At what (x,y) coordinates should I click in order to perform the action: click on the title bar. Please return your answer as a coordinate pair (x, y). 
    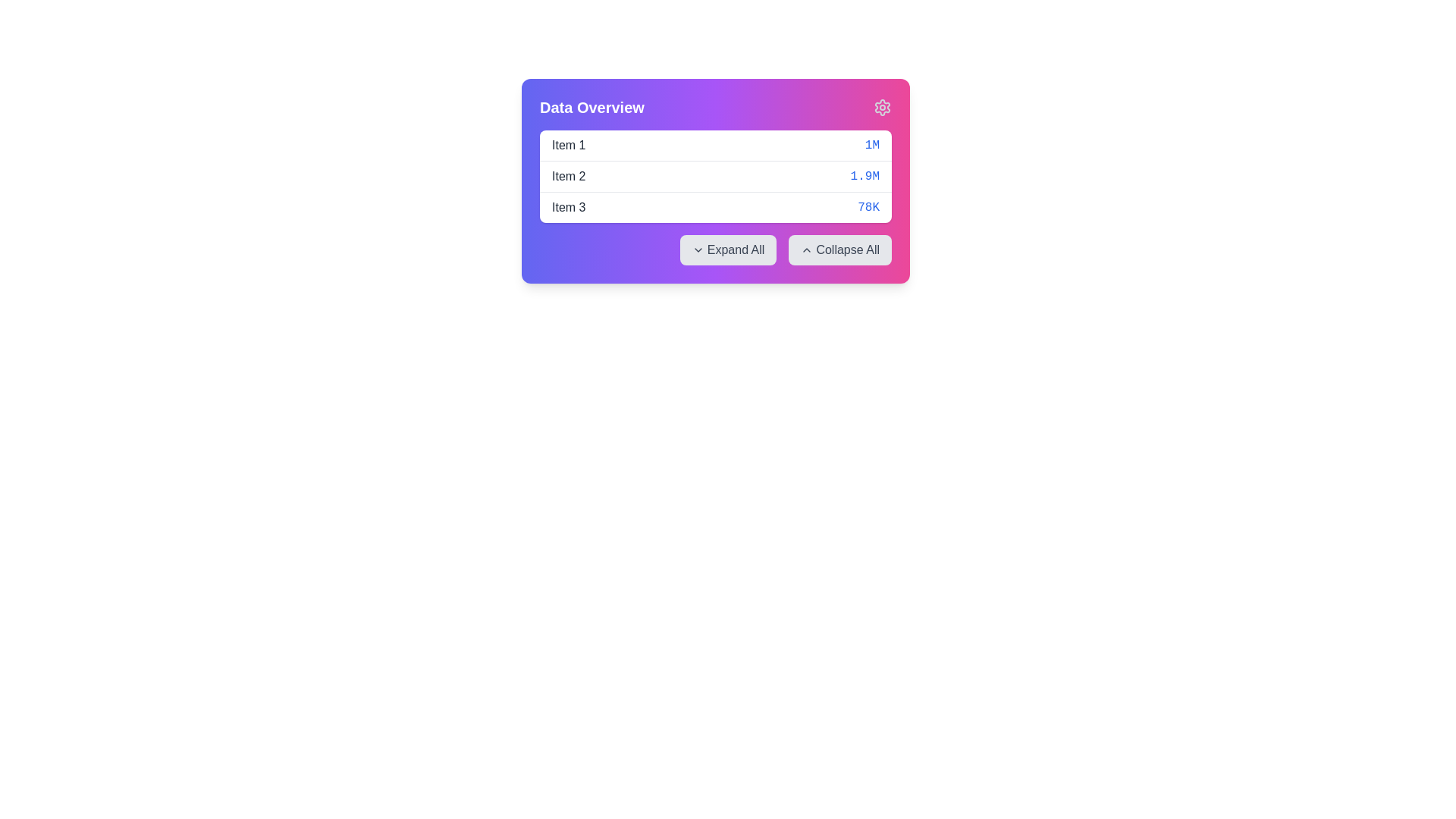
    Looking at the image, I should click on (715, 107).